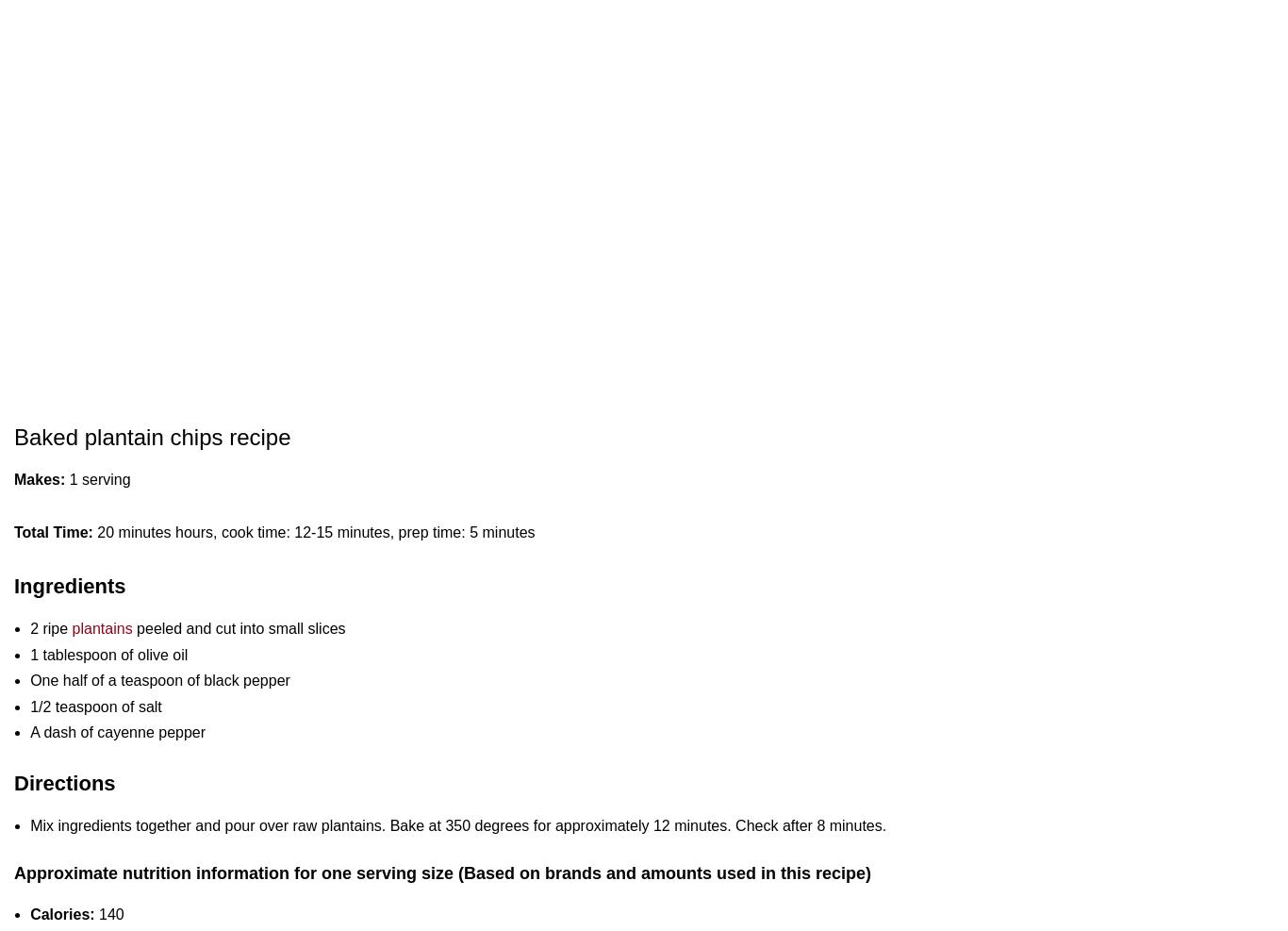  What do you see at coordinates (61, 913) in the screenshot?
I see `'Calories:'` at bounding box center [61, 913].